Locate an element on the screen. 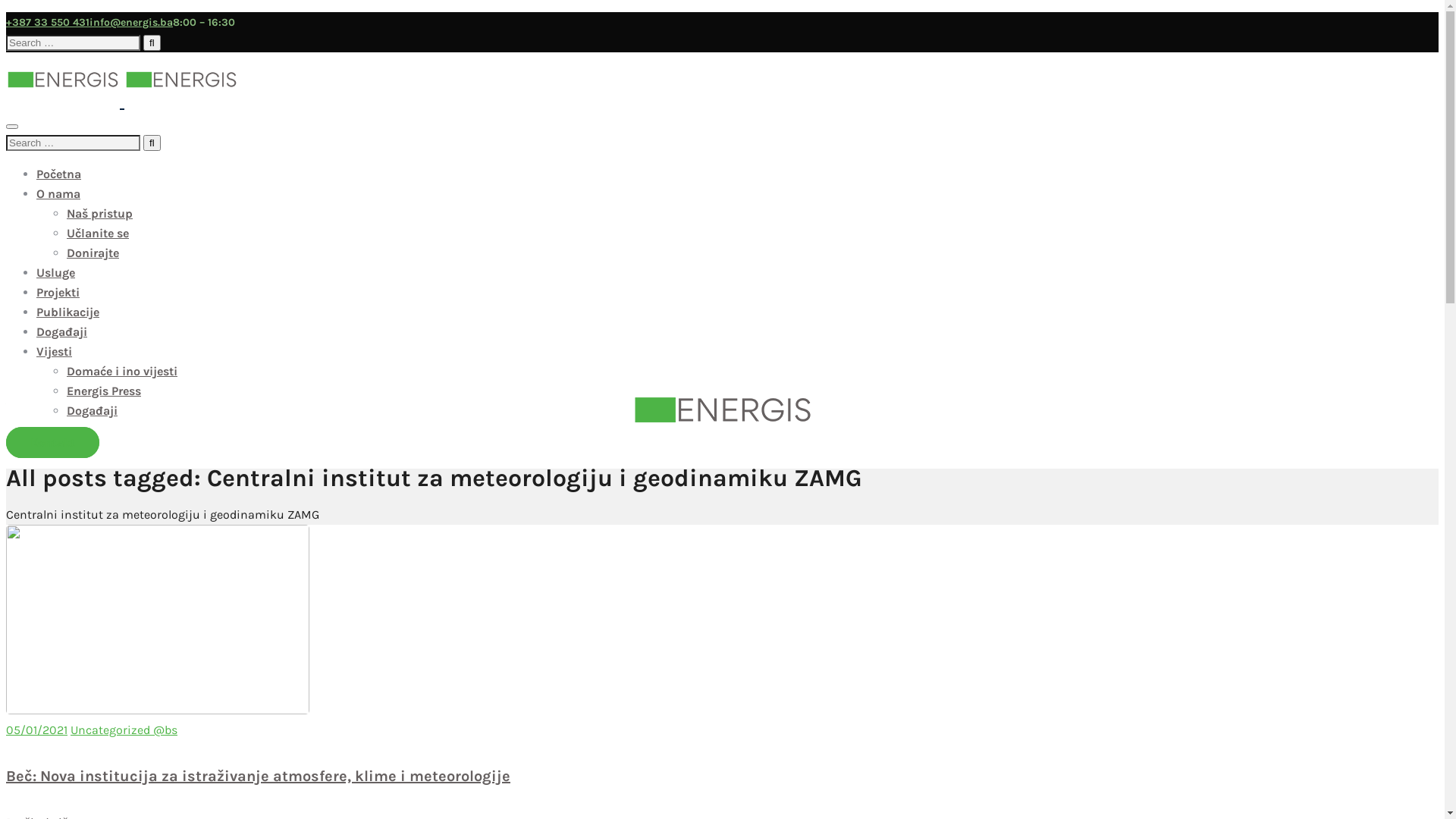  'Uncategorized @bs' is located at coordinates (124, 729).